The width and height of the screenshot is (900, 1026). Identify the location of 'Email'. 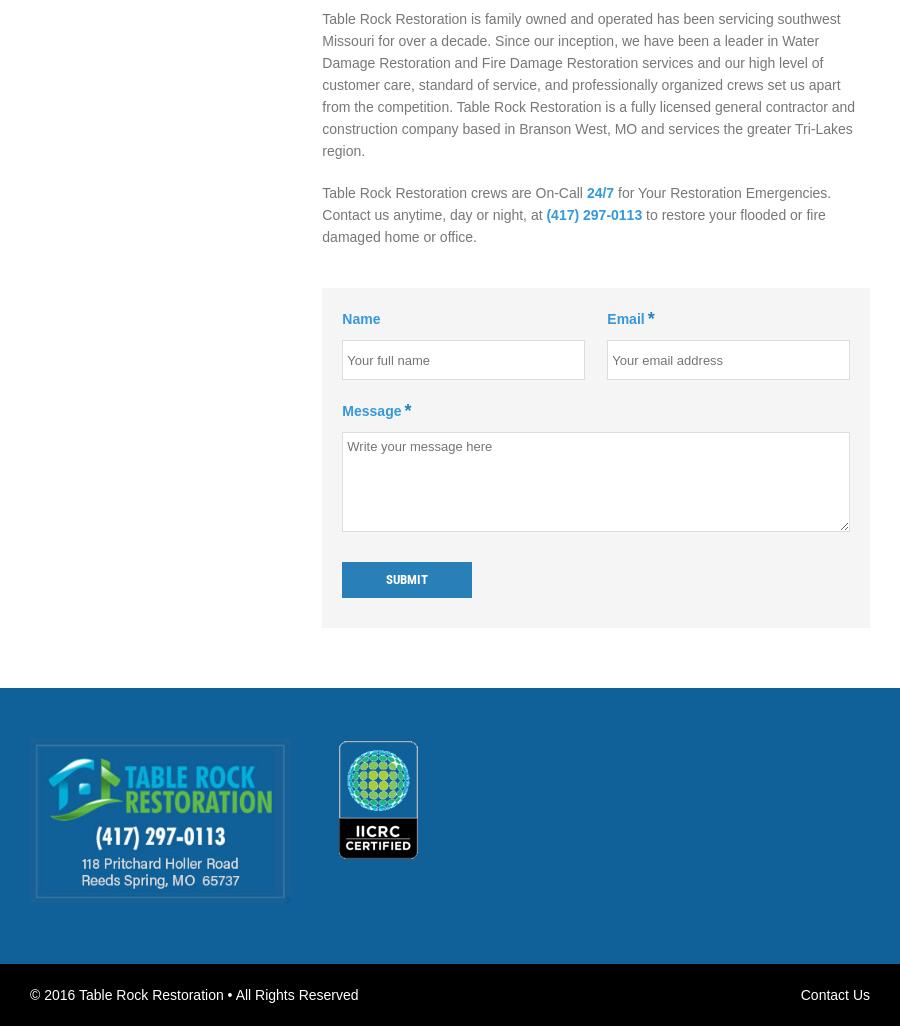
(625, 318).